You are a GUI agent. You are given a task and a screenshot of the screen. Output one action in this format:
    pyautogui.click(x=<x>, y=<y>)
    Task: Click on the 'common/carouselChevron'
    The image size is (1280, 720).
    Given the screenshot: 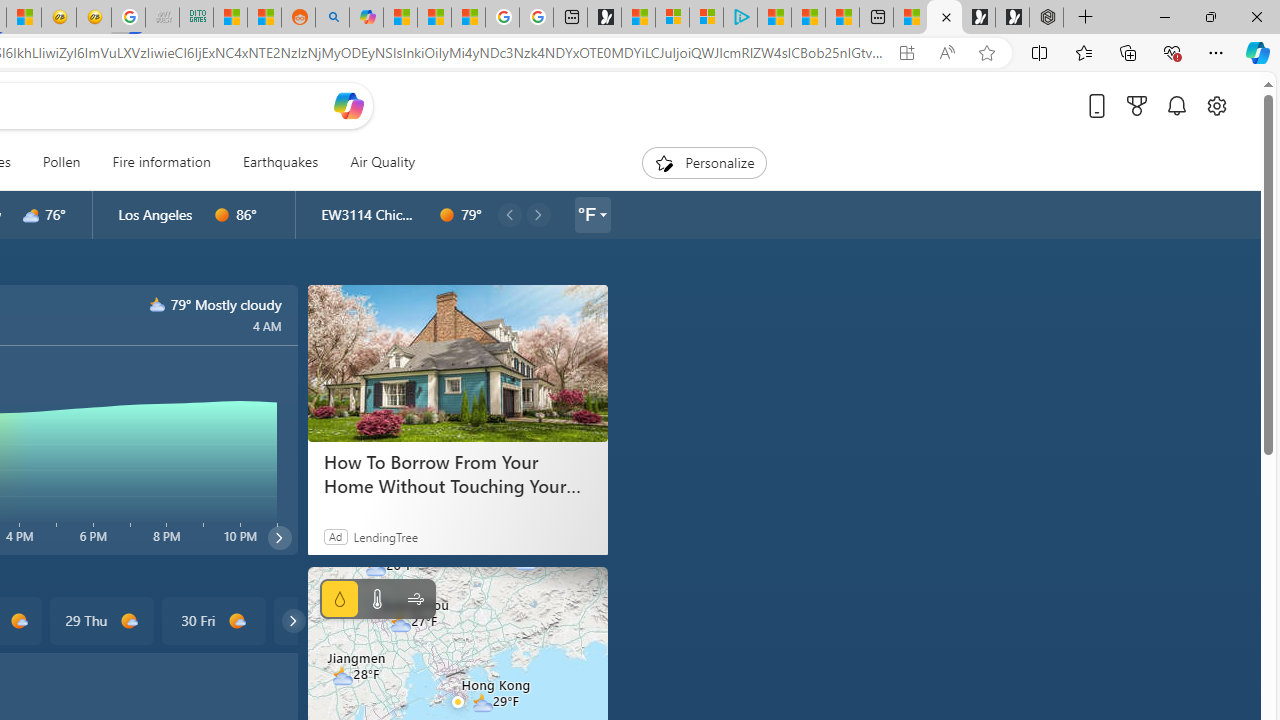 What is the action you would take?
    pyautogui.click(x=292, y=620)
    